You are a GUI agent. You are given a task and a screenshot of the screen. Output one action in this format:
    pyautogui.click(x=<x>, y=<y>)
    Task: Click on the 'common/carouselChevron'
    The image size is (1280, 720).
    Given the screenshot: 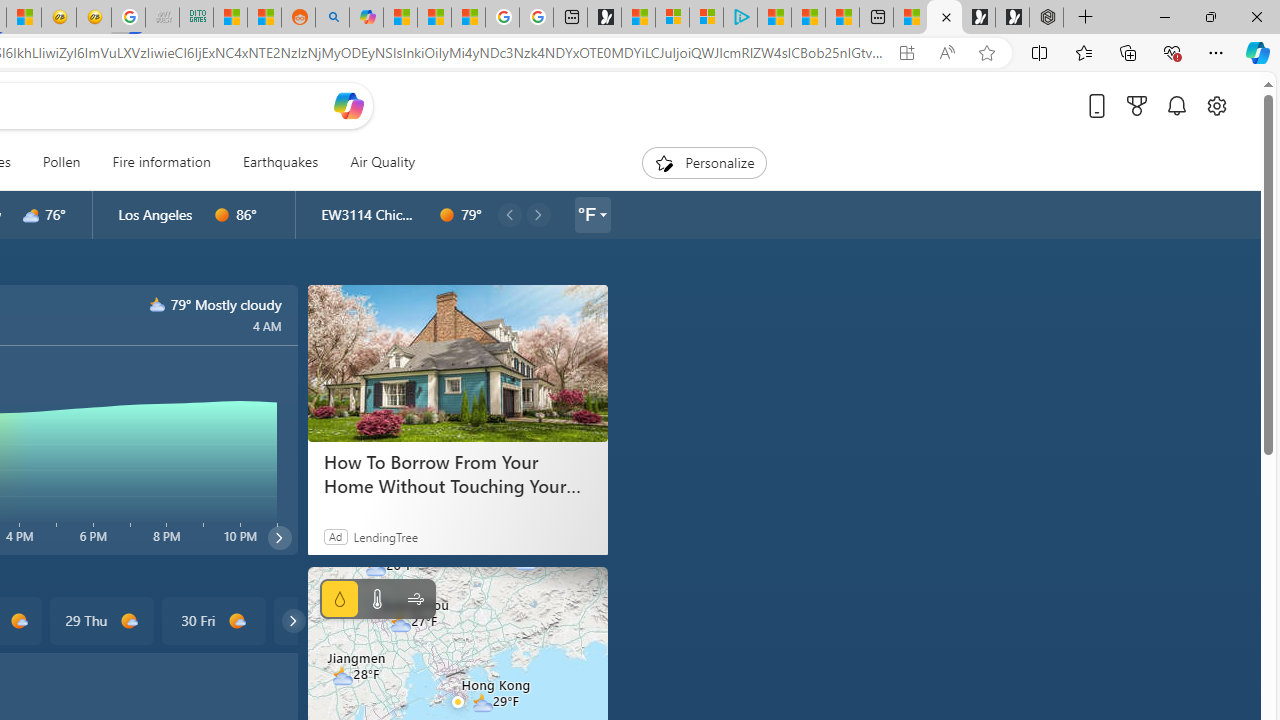 What is the action you would take?
    pyautogui.click(x=292, y=620)
    